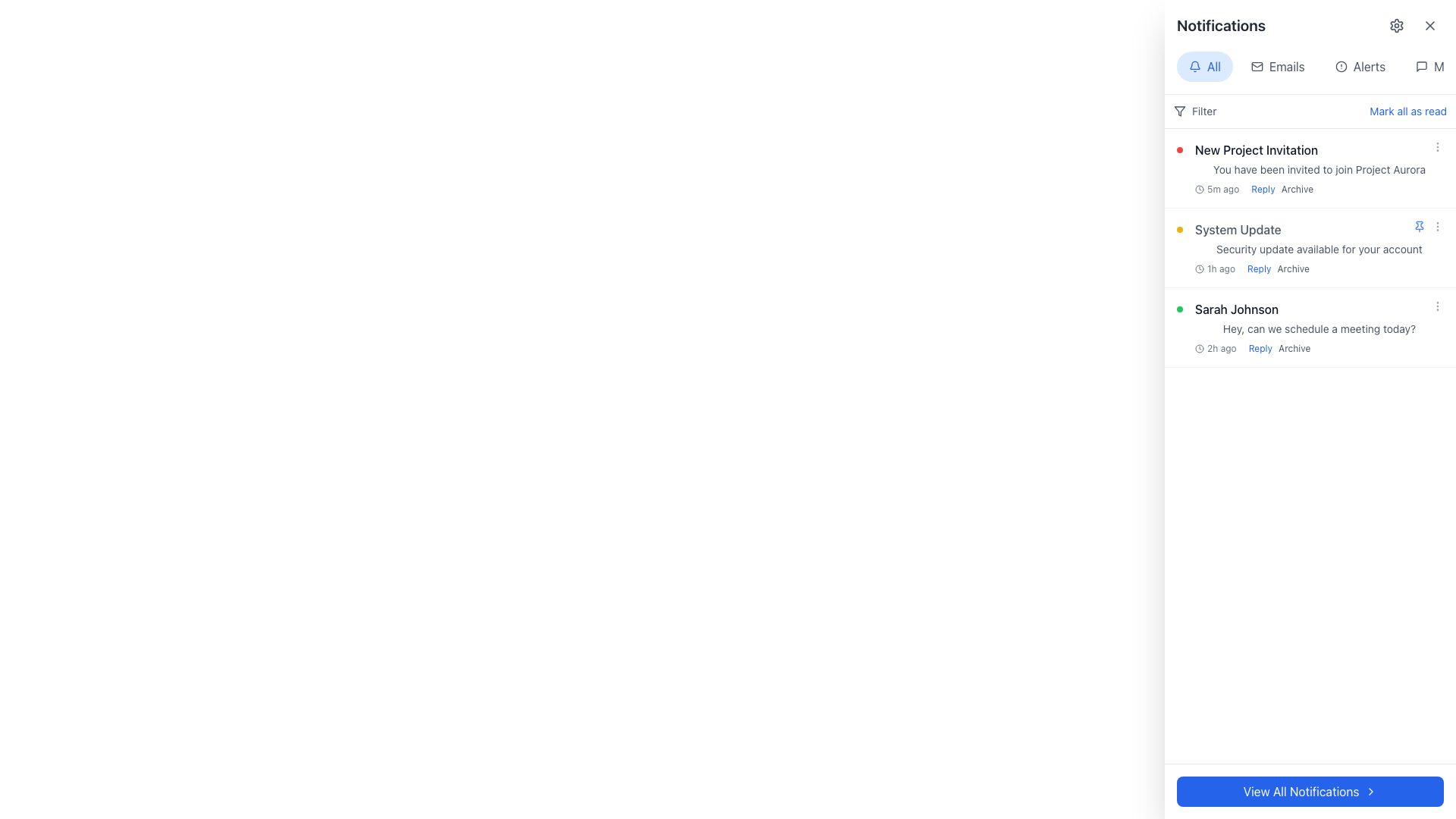 This screenshot has width=1456, height=819. What do you see at coordinates (1437, 306) in the screenshot?
I see `the button adjacent to the notification item labeled 'Sarah Johnson'` at bounding box center [1437, 306].